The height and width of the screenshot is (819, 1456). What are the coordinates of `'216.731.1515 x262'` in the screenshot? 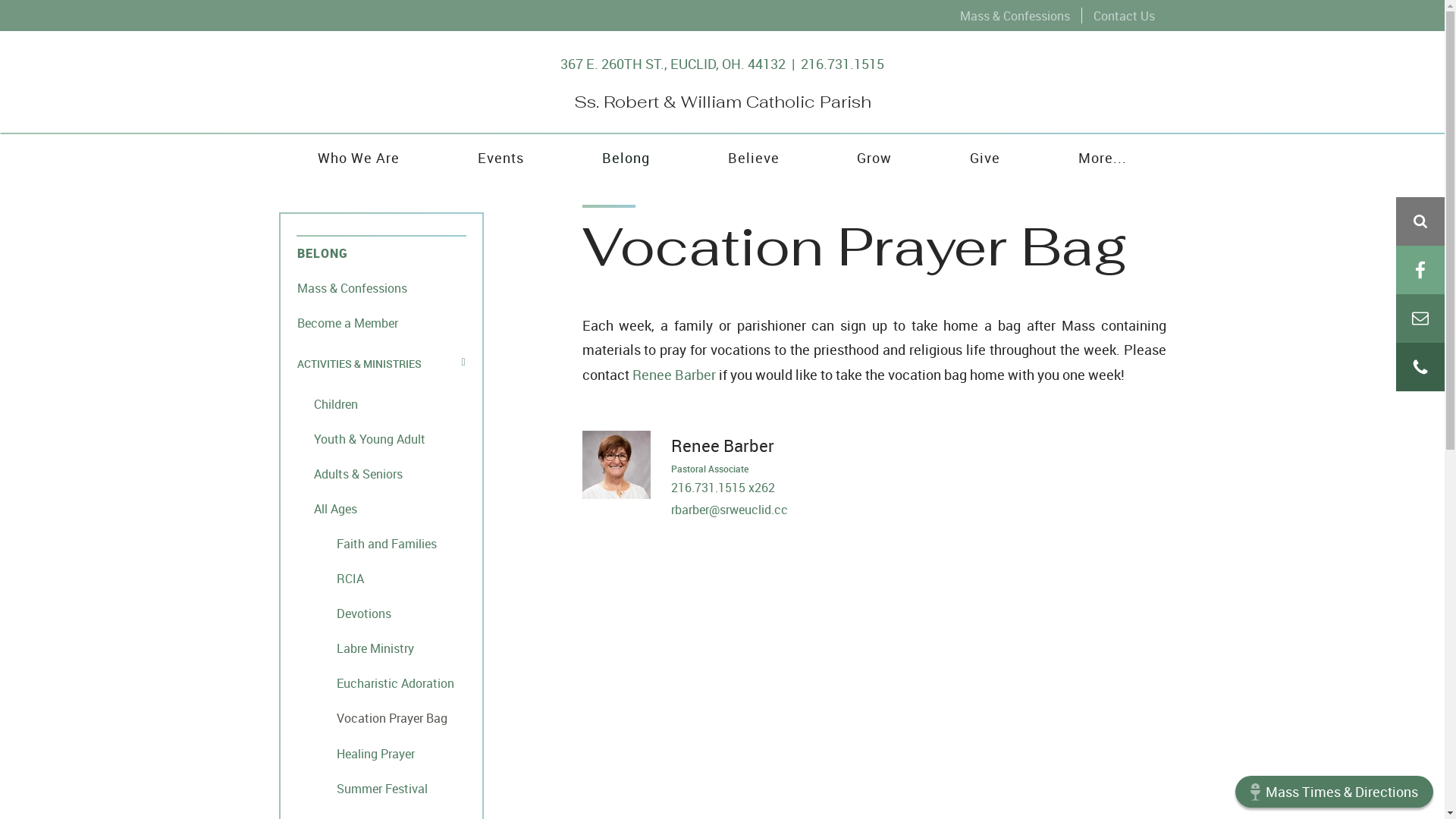 It's located at (721, 488).